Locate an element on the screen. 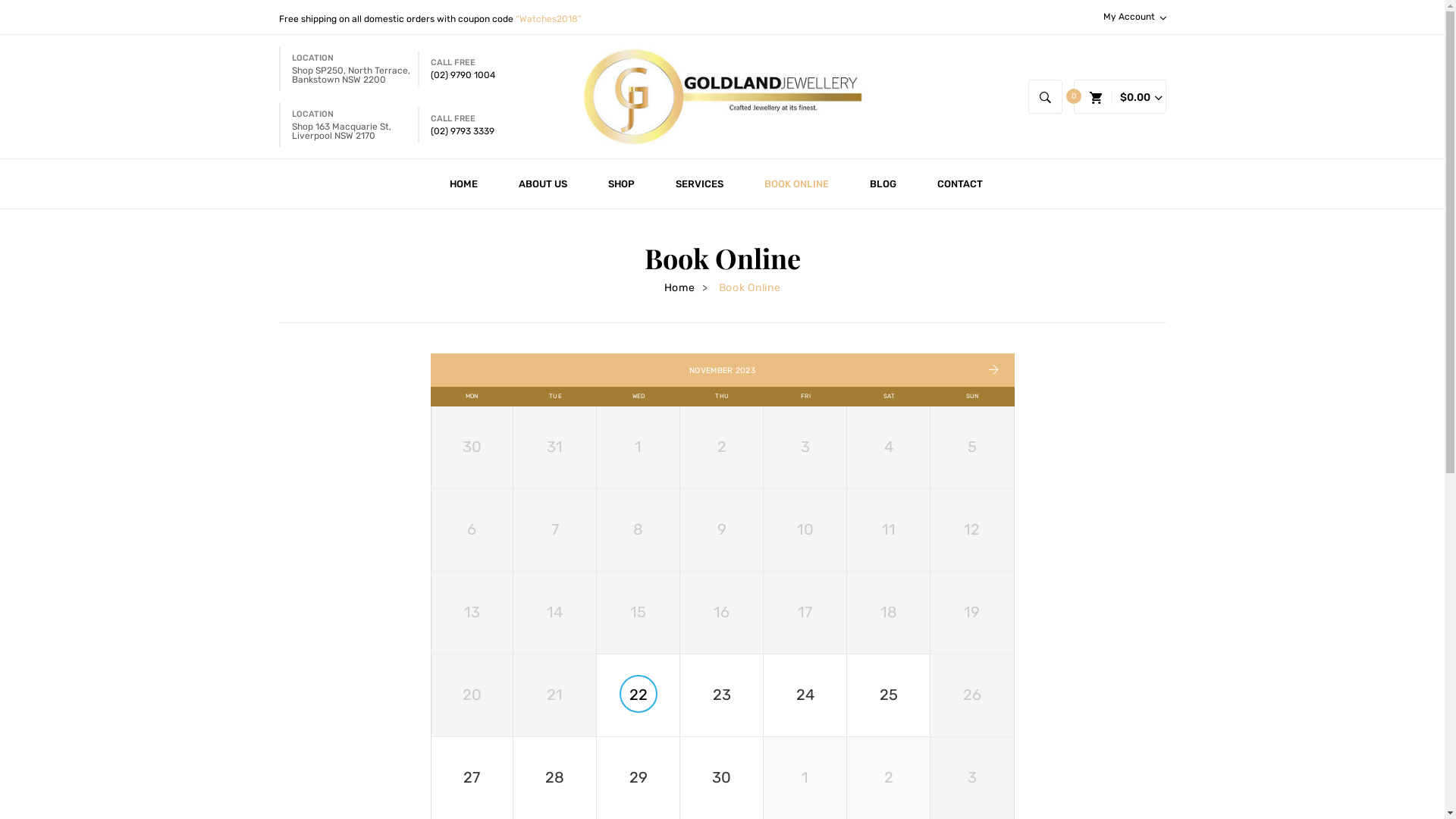 This screenshot has width=1456, height=819. 'HOME' is located at coordinates (469, 183).